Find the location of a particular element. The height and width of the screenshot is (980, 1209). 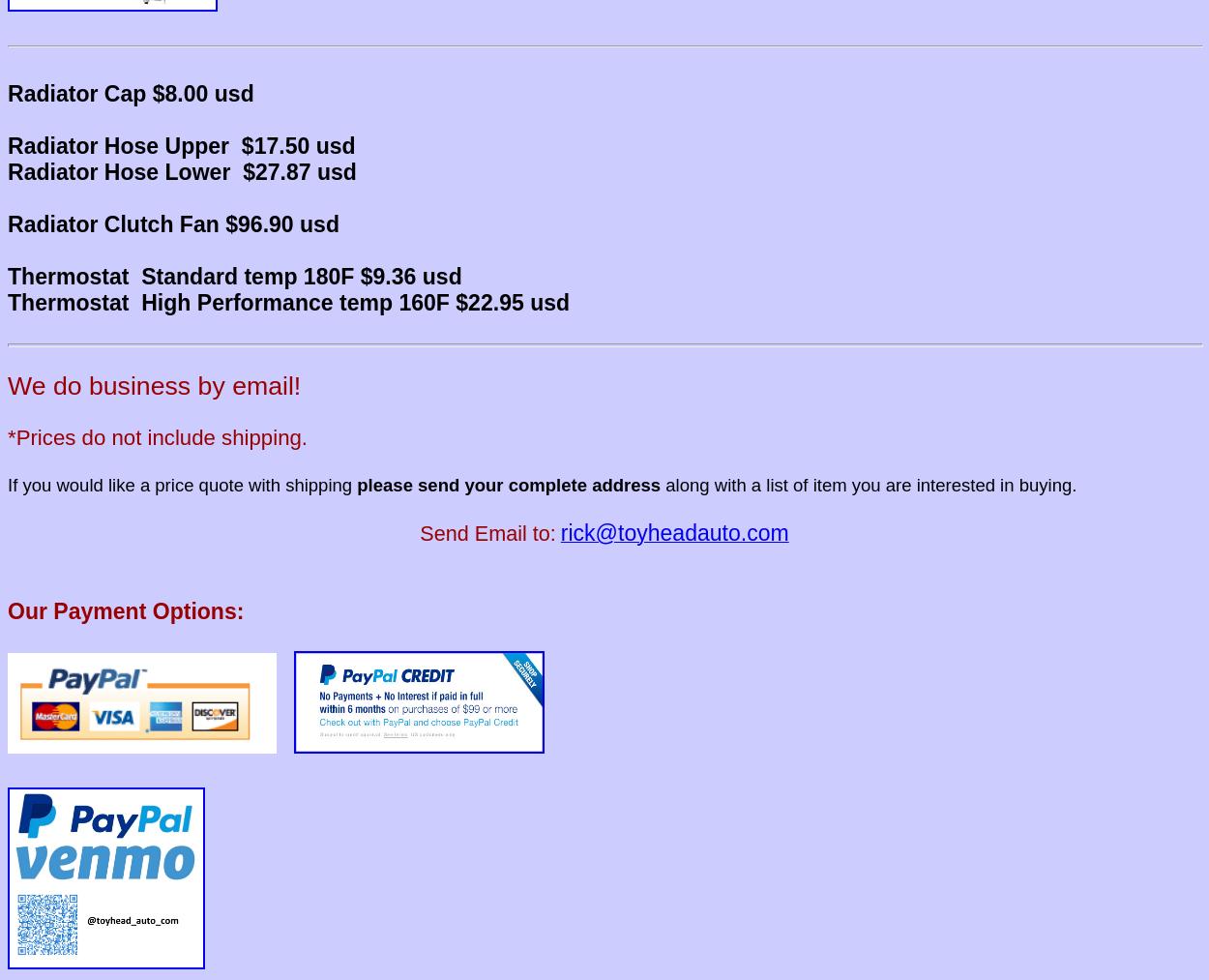

'We do business
                        by email!' is located at coordinates (154, 385).